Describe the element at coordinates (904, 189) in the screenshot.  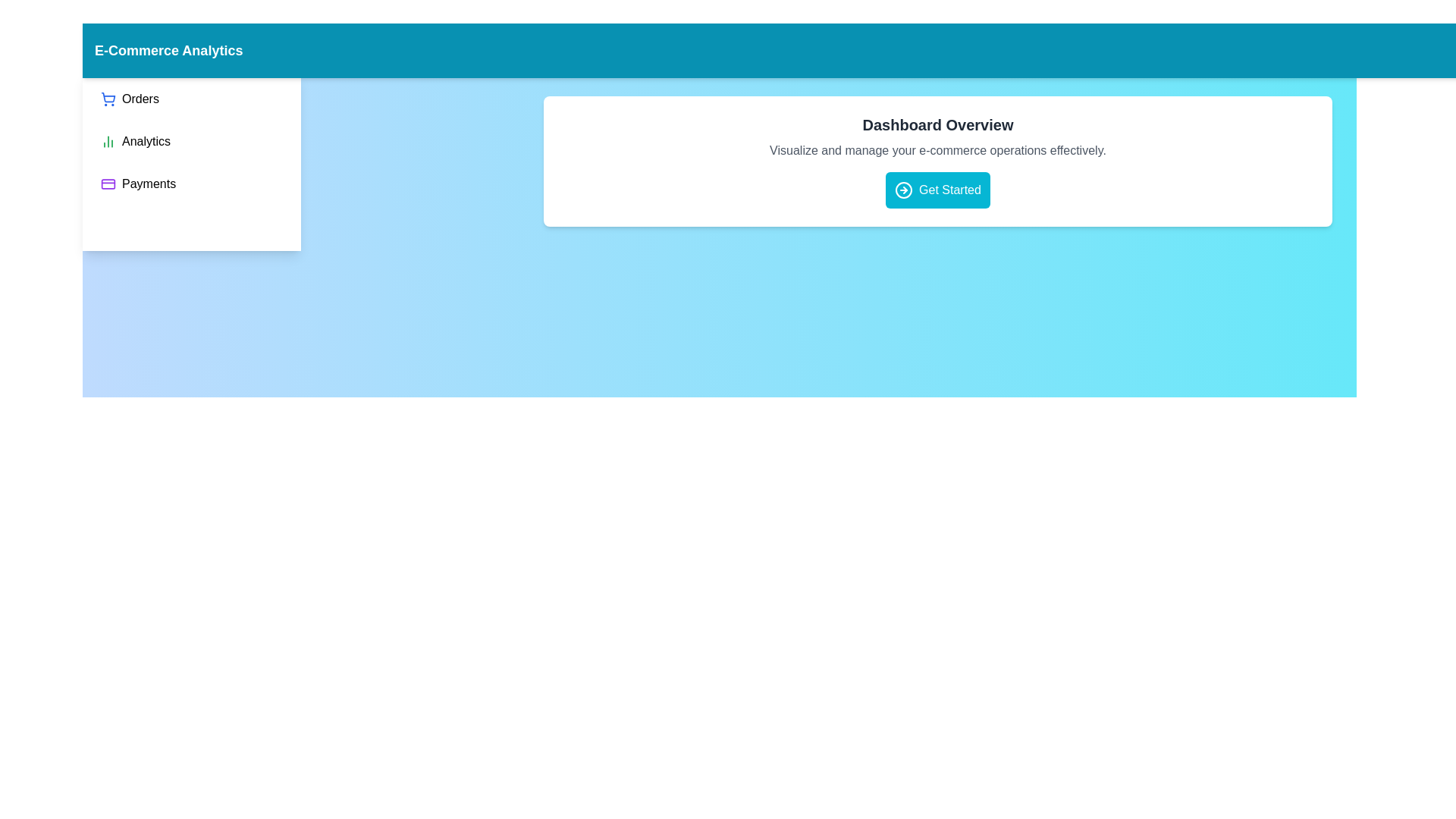
I see `the SVG graphical element (circle) that is located at the center of the navigation button in the 'Dashboard Overview' card` at that location.